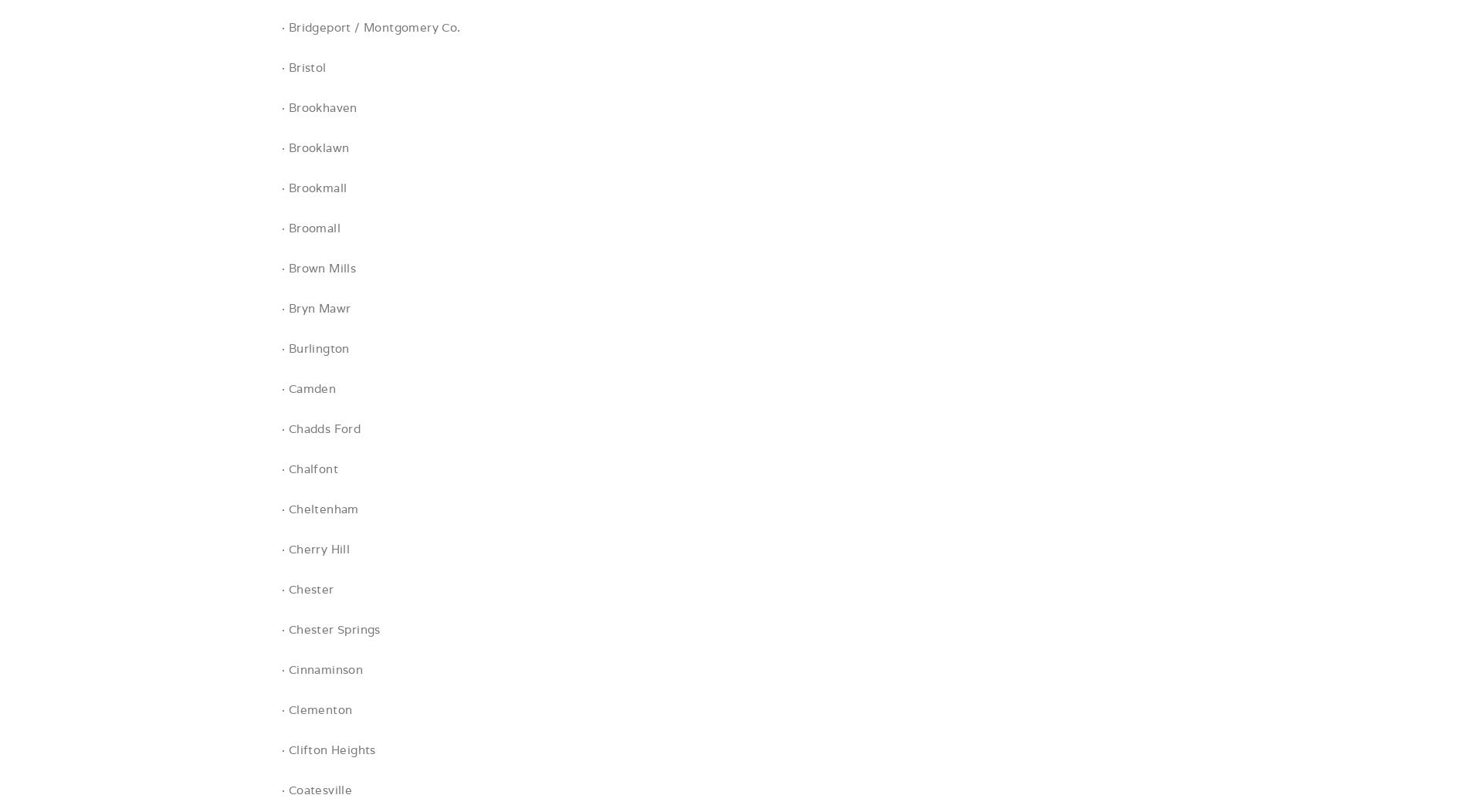 Image resolution: width=1467 pixels, height=812 pixels. Describe the element at coordinates (316, 789) in the screenshot. I see `'· Coatesville'` at that location.